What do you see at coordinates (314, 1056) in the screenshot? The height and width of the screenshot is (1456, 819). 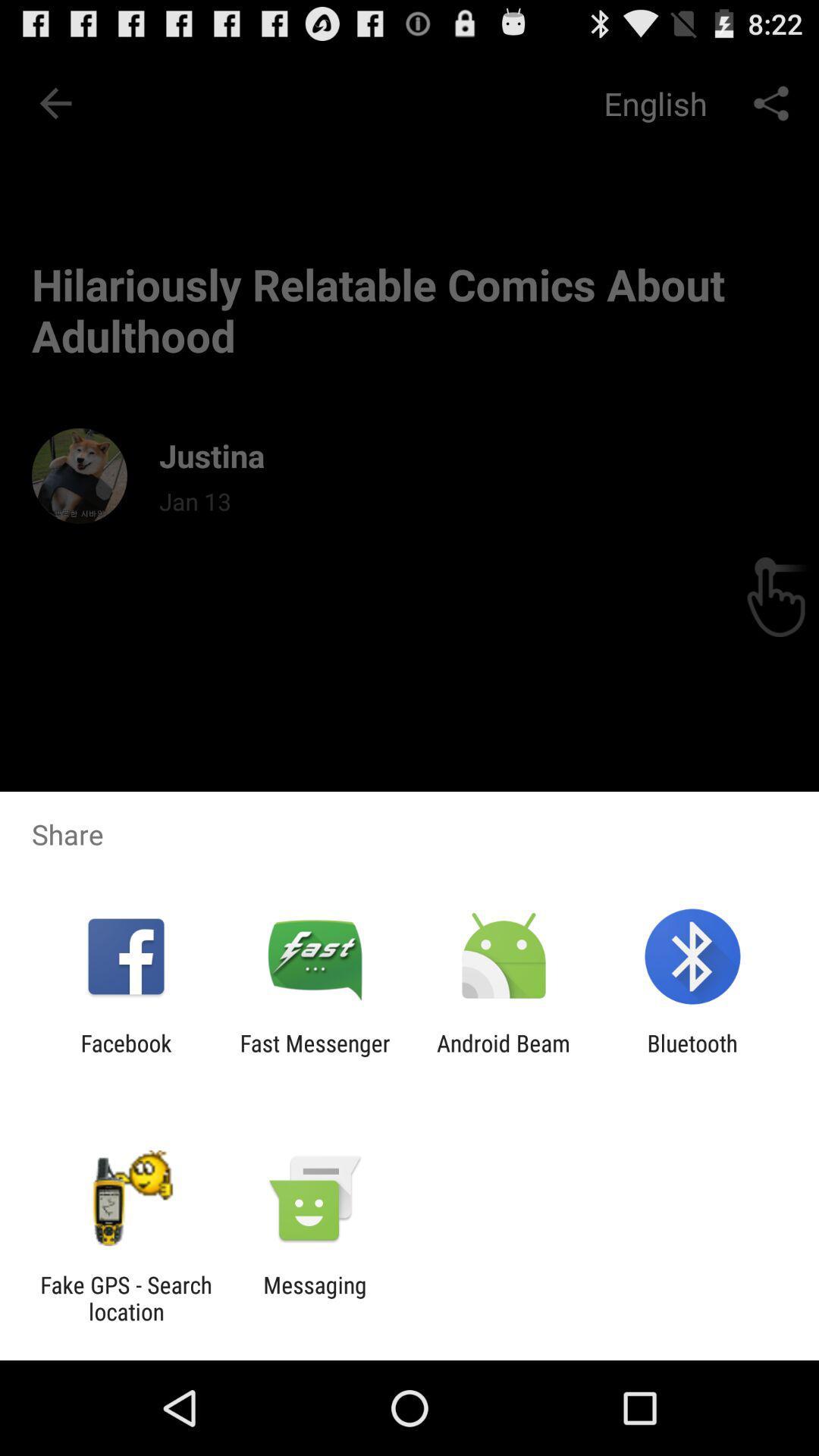 I see `fast messenger app` at bounding box center [314, 1056].